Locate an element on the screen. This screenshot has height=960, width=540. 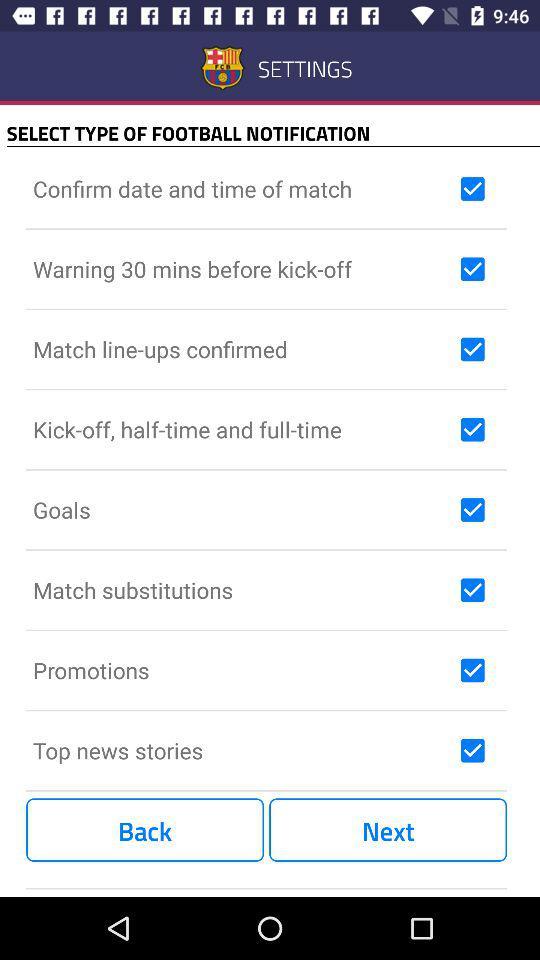
the top news stories is located at coordinates (242, 749).